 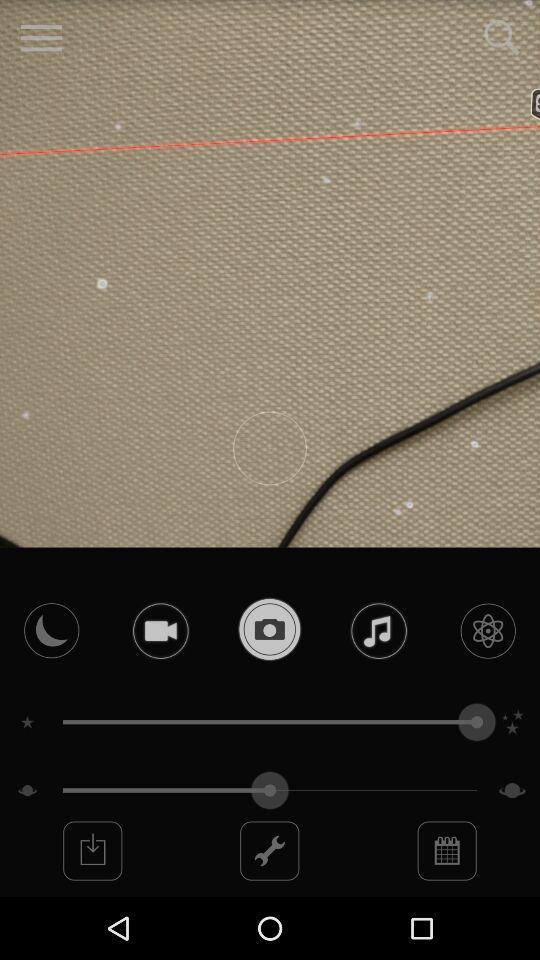 What do you see at coordinates (447, 910) in the screenshot?
I see `the more icon` at bounding box center [447, 910].